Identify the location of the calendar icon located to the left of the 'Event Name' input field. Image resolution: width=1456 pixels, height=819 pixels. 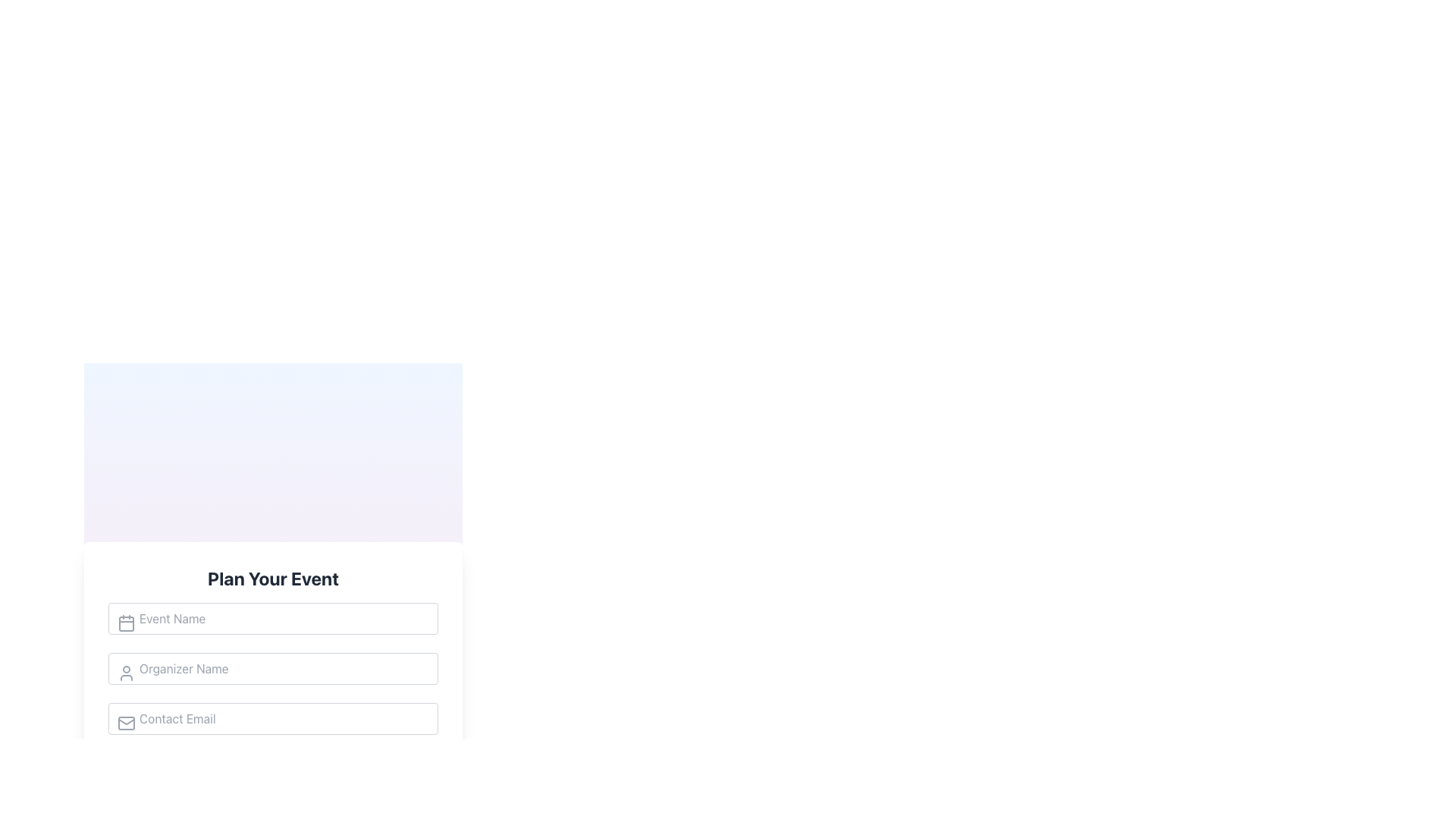
(127, 623).